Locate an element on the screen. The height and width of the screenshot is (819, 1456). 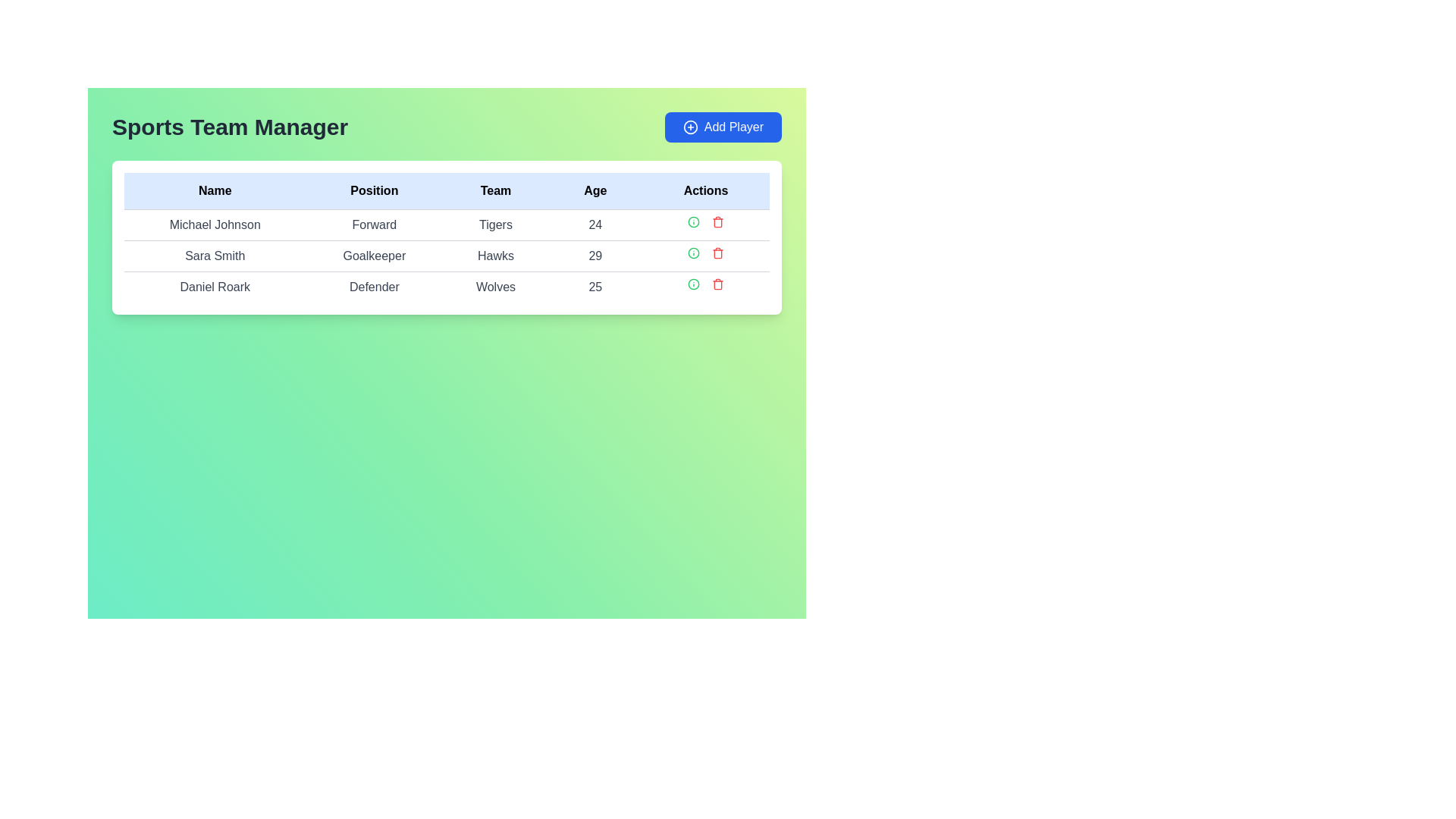
the Trash Can icon located in the last row under the 'Actions' column of the team management table is located at coordinates (717, 285).